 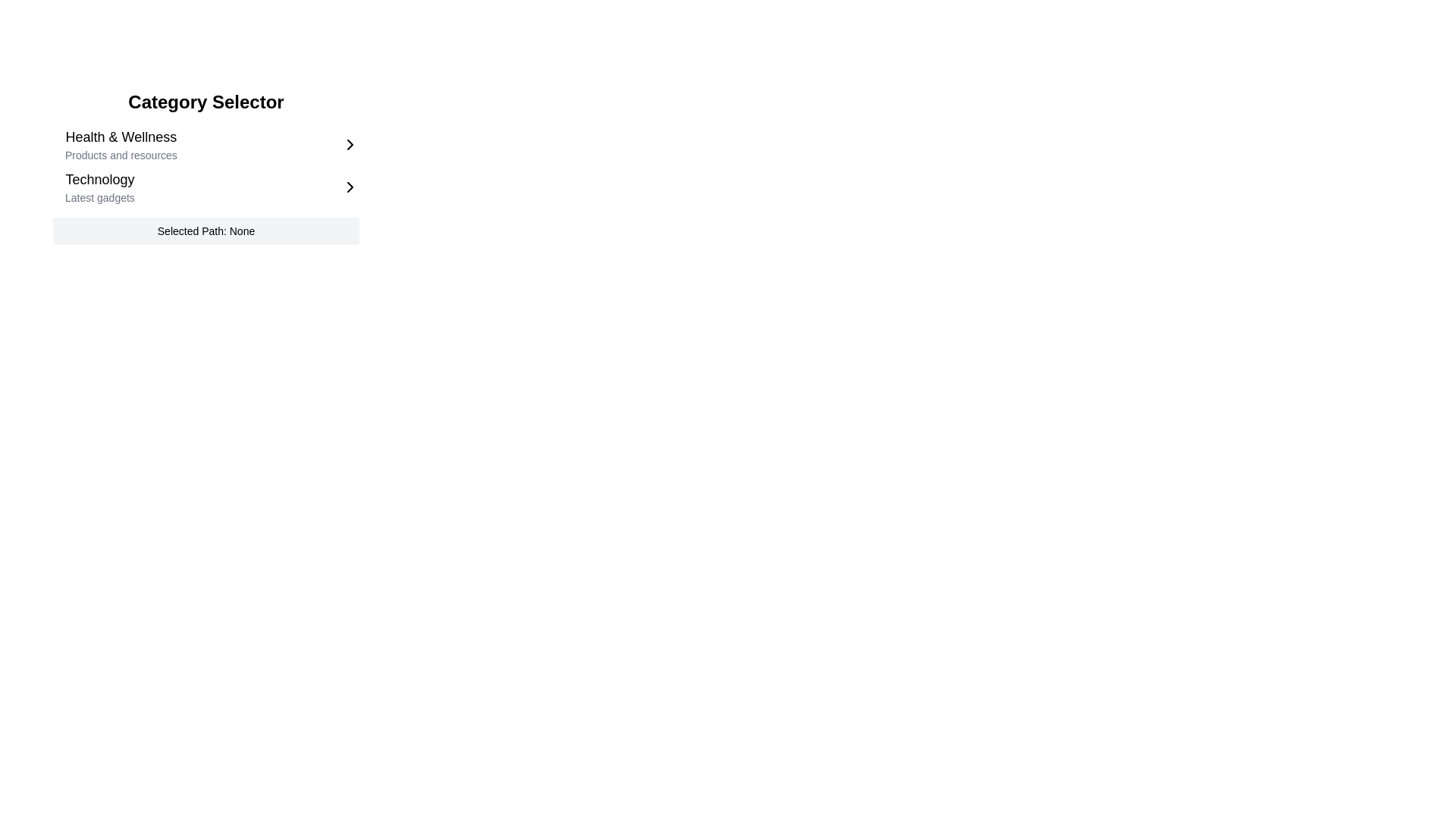 What do you see at coordinates (99, 178) in the screenshot?
I see `the 'Technology' category name label, which is positioned between the 'Health & Wellness' section and the description line 'Latest gadgets'` at bounding box center [99, 178].